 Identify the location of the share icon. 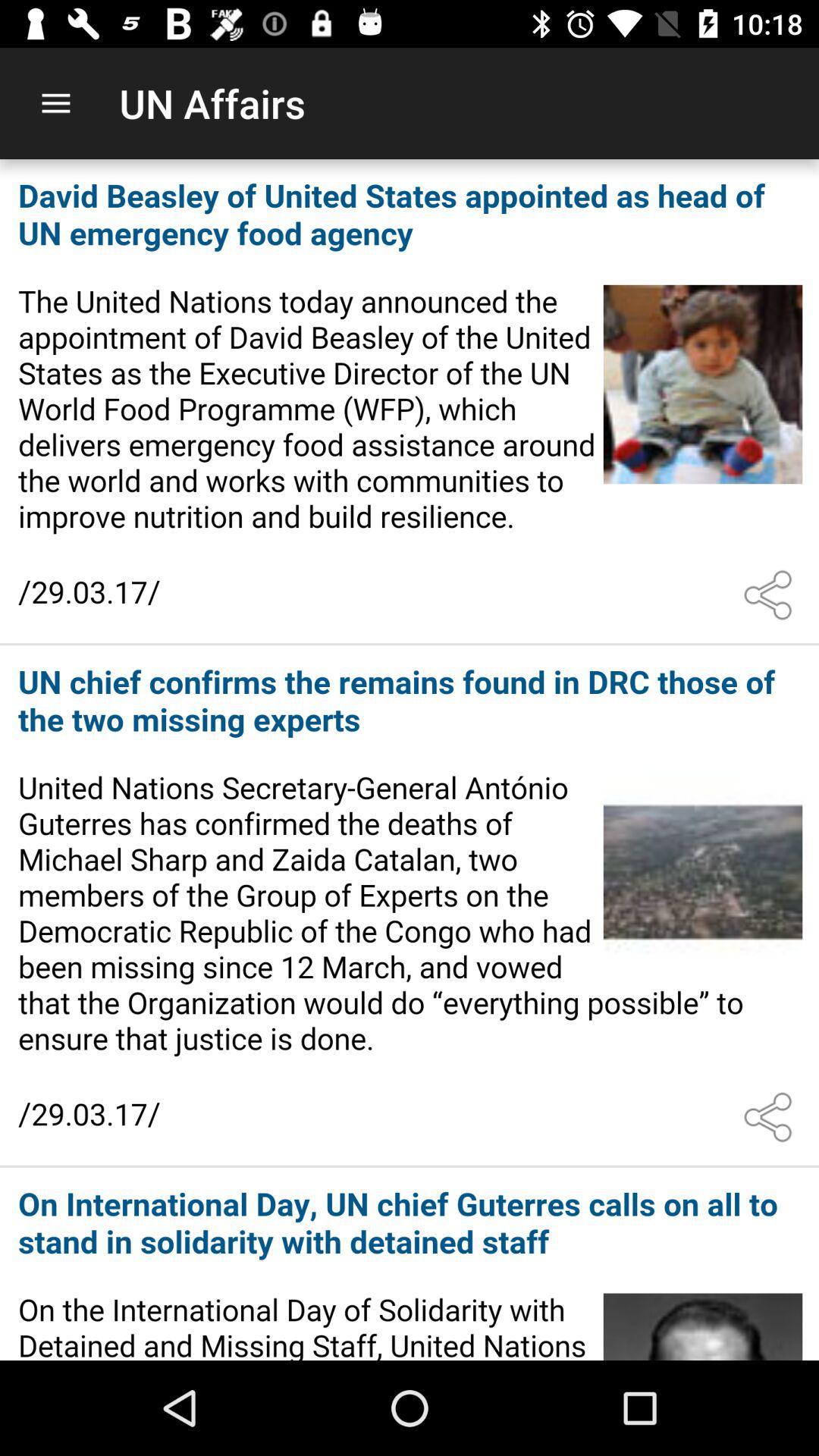
(771, 1117).